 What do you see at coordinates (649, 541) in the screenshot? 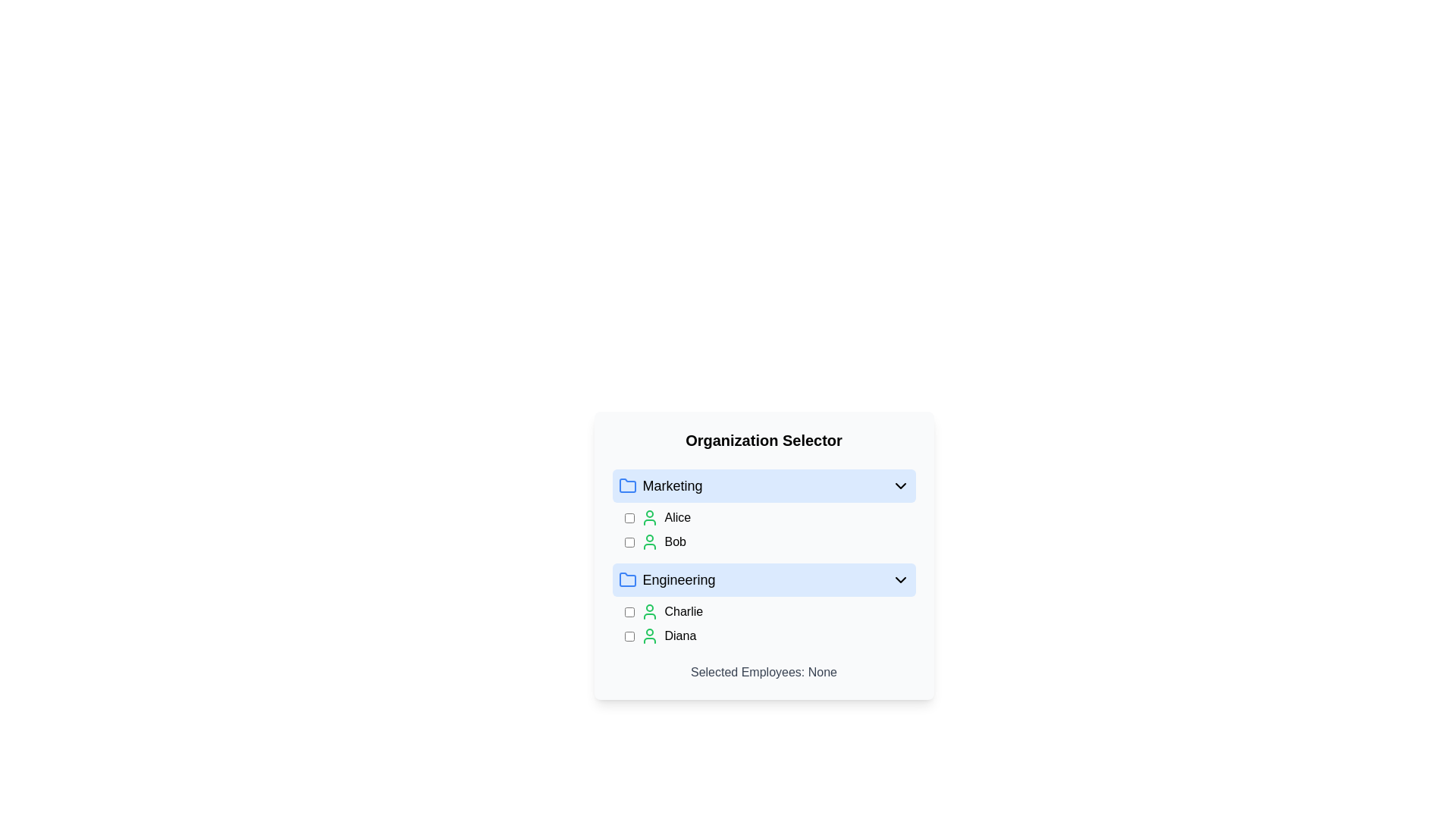
I see `the decorative icon representing the user 'Bob' in the 'Marketing' section of the 'Organization Selector', which is the second element in the row` at bounding box center [649, 541].